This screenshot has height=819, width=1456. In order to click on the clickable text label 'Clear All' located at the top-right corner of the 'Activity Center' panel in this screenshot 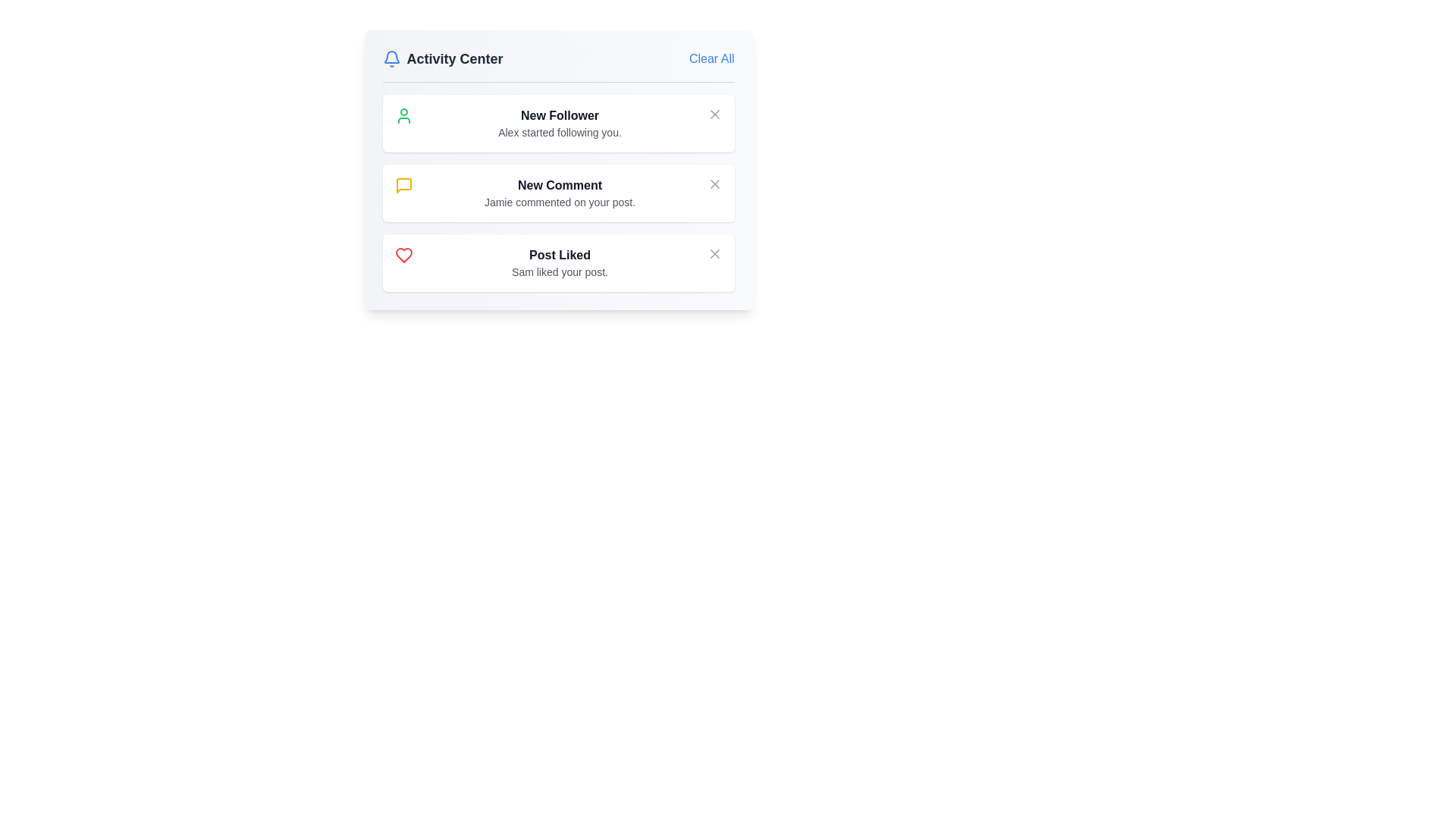, I will do `click(711, 58)`.